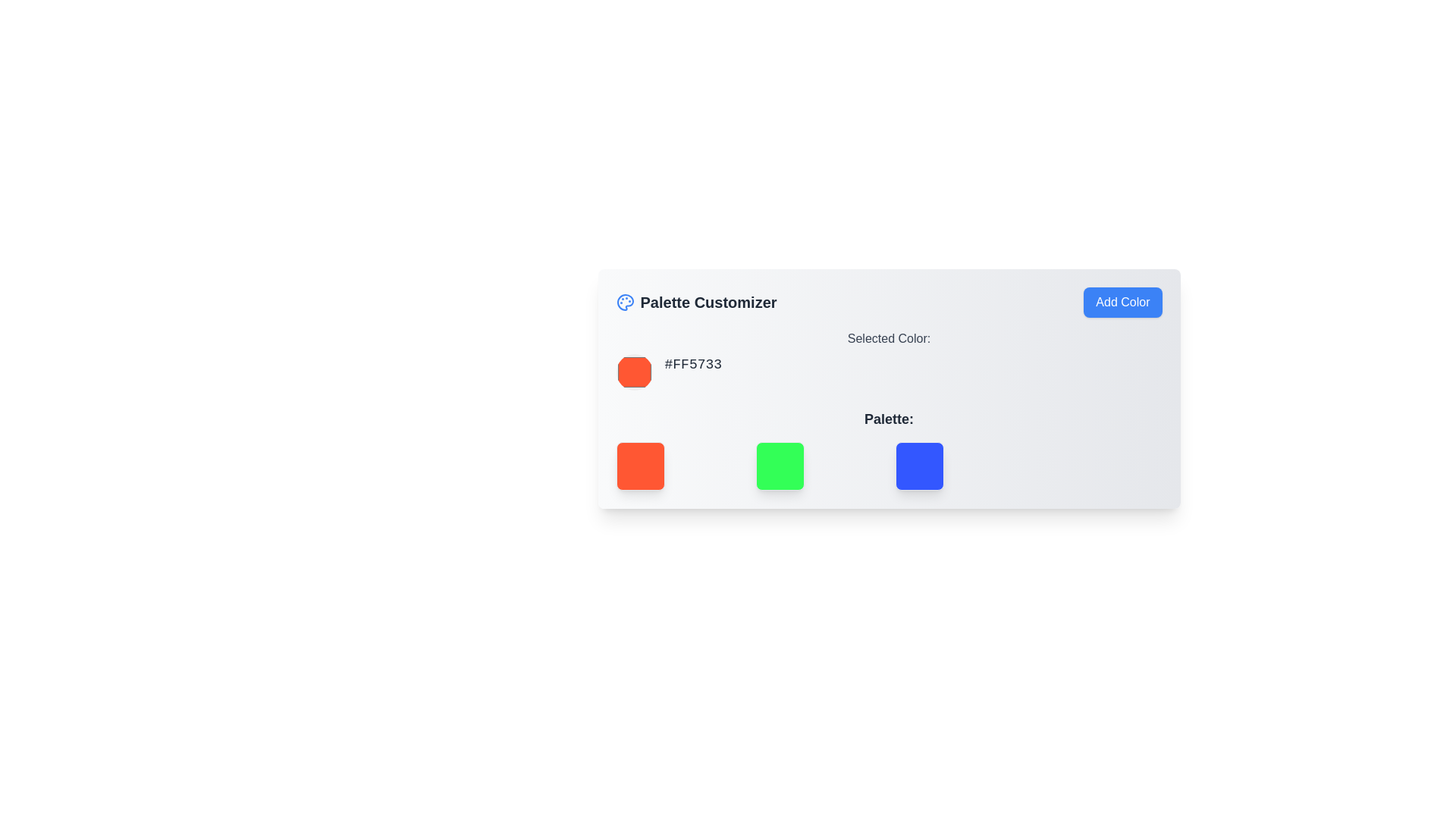  What do you see at coordinates (780, 465) in the screenshot?
I see `the middle color block in the color palette customization tool for reference; it is located between an orange block on the left and a blue block on the right` at bounding box center [780, 465].